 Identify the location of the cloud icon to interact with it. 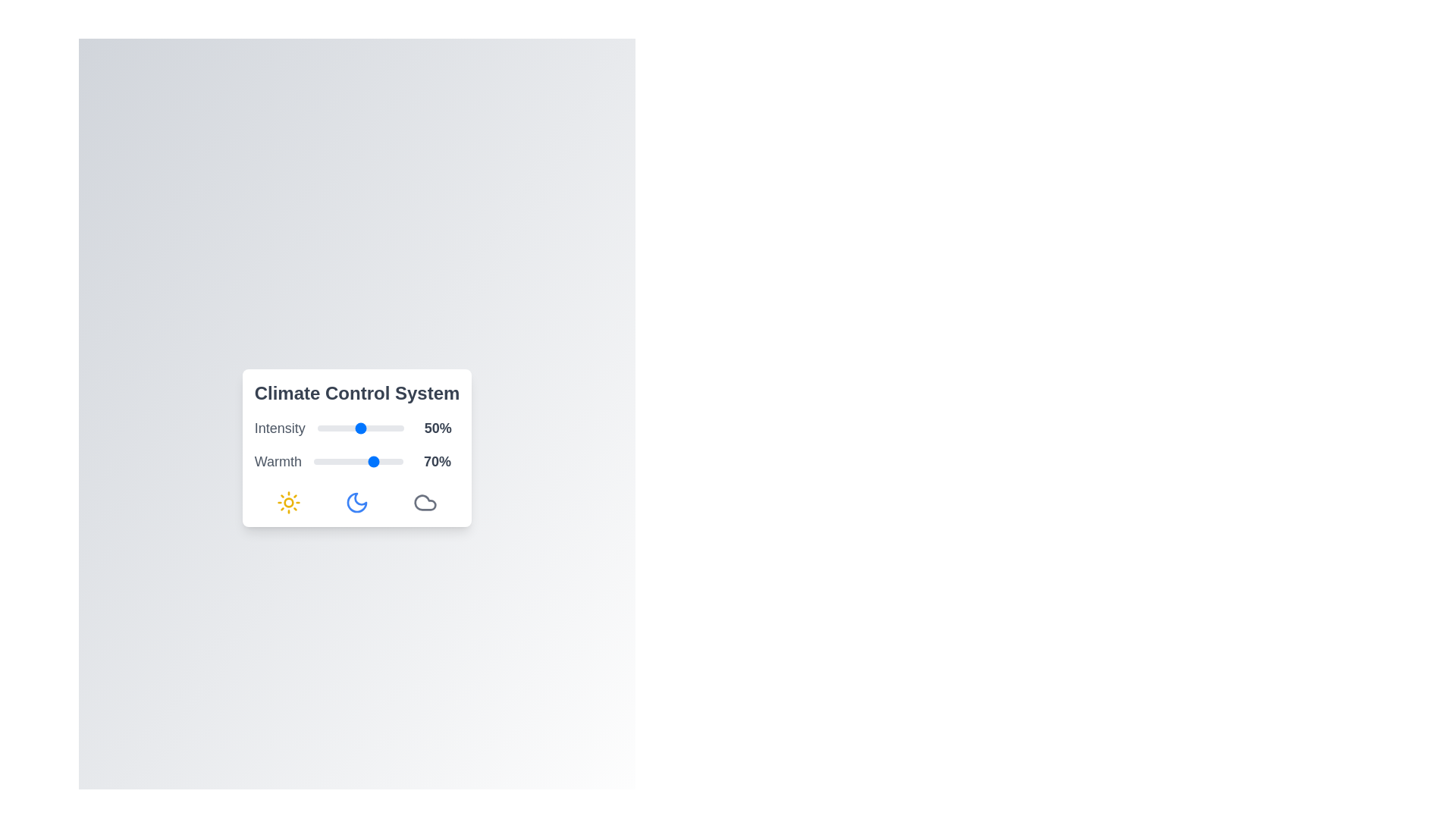
(425, 503).